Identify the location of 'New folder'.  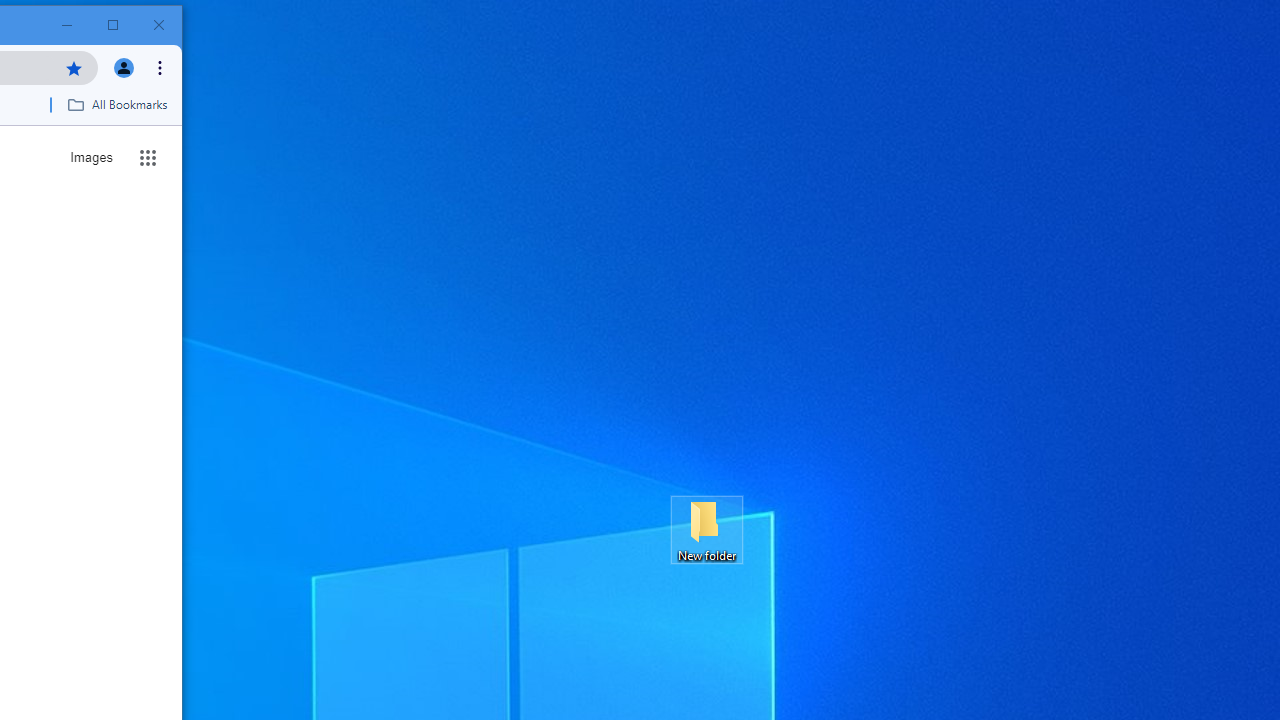
(706, 529).